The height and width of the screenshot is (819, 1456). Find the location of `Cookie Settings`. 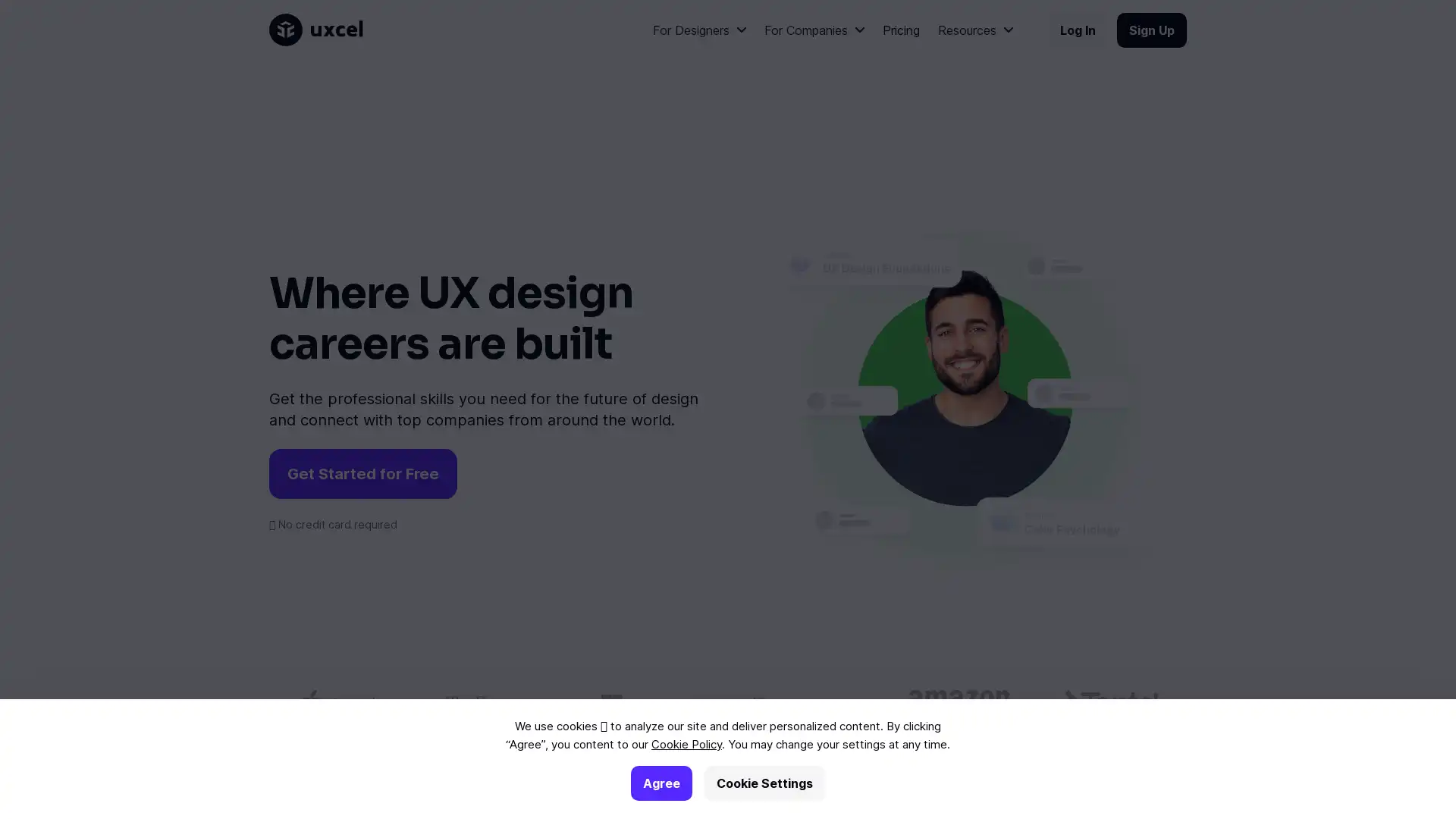

Cookie Settings is located at coordinates (764, 783).